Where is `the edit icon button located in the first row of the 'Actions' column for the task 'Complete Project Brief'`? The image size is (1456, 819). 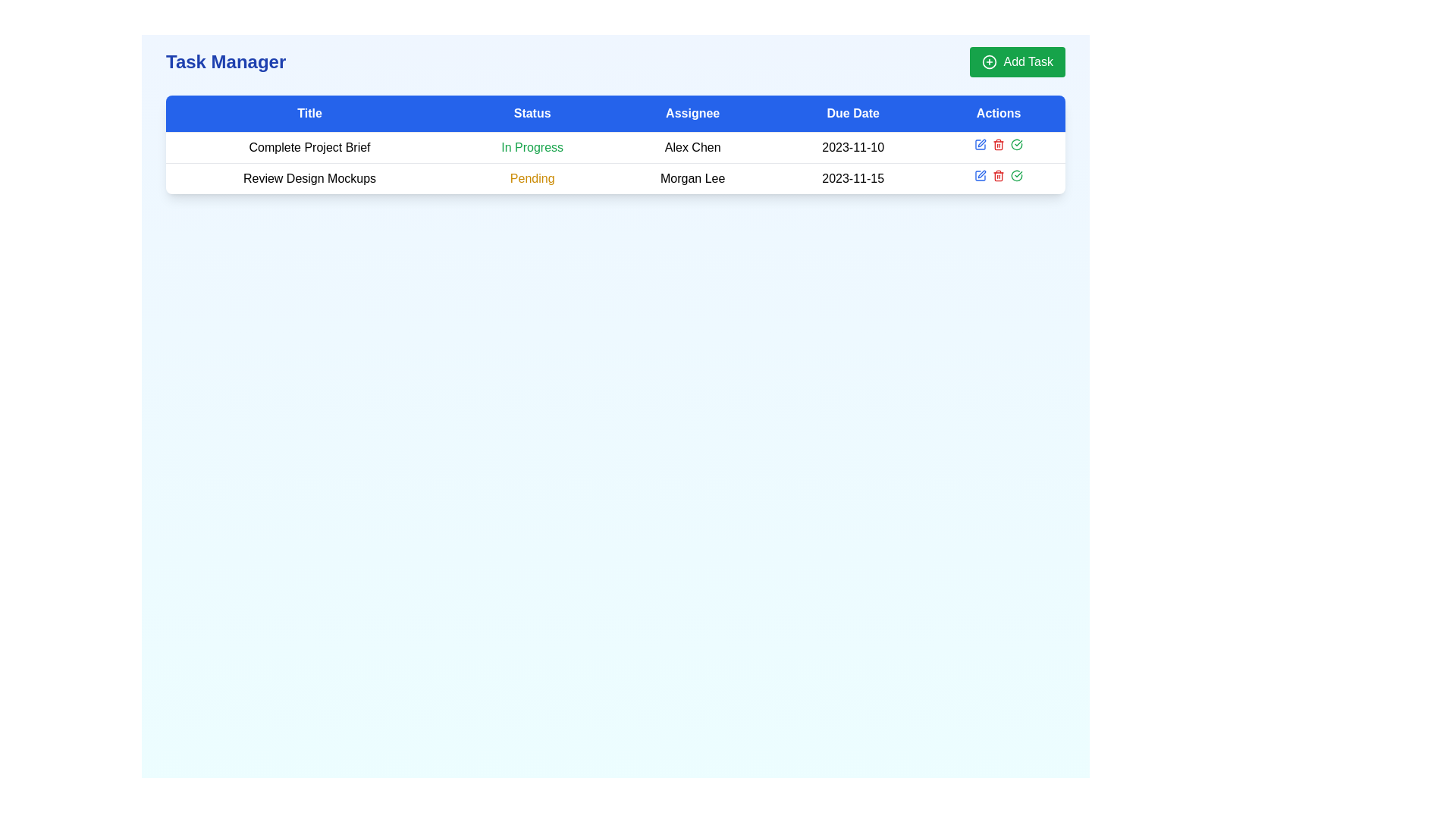 the edit icon button located in the first row of the 'Actions' column for the task 'Complete Project Brief' is located at coordinates (981, 145).